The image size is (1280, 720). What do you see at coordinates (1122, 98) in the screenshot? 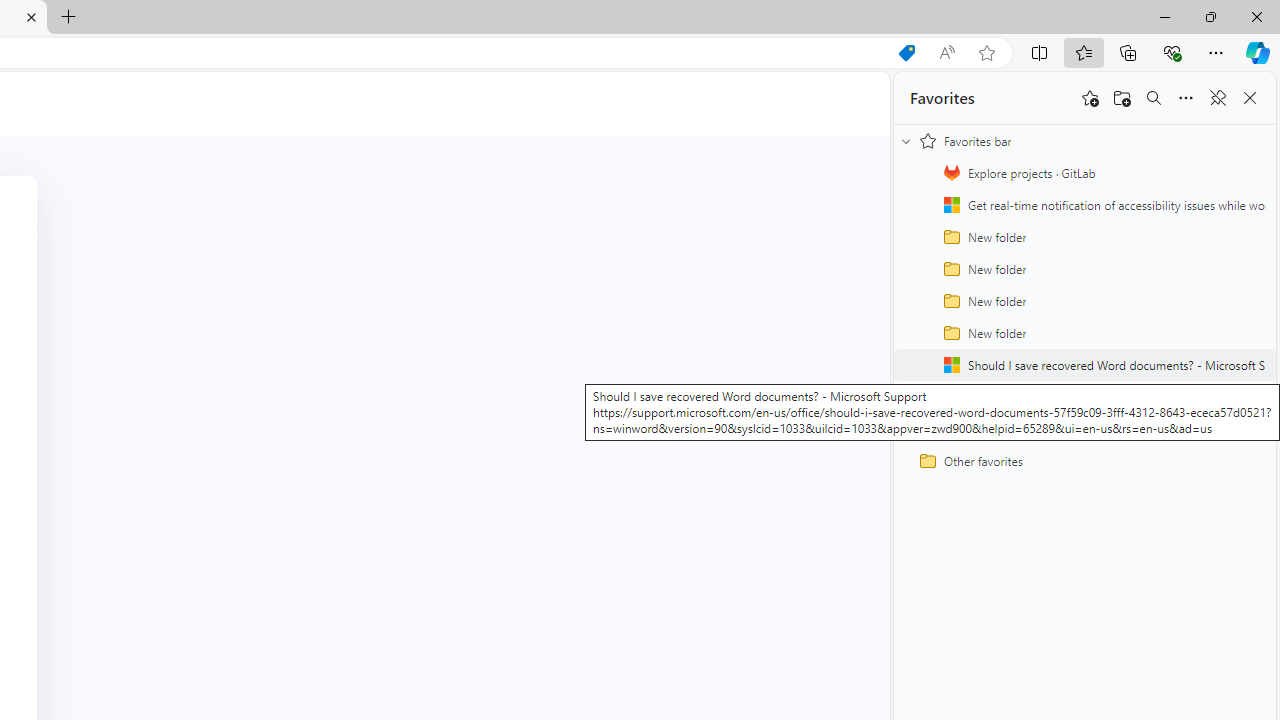
I see `'Add folder'` at bounding box center [1122, 98].